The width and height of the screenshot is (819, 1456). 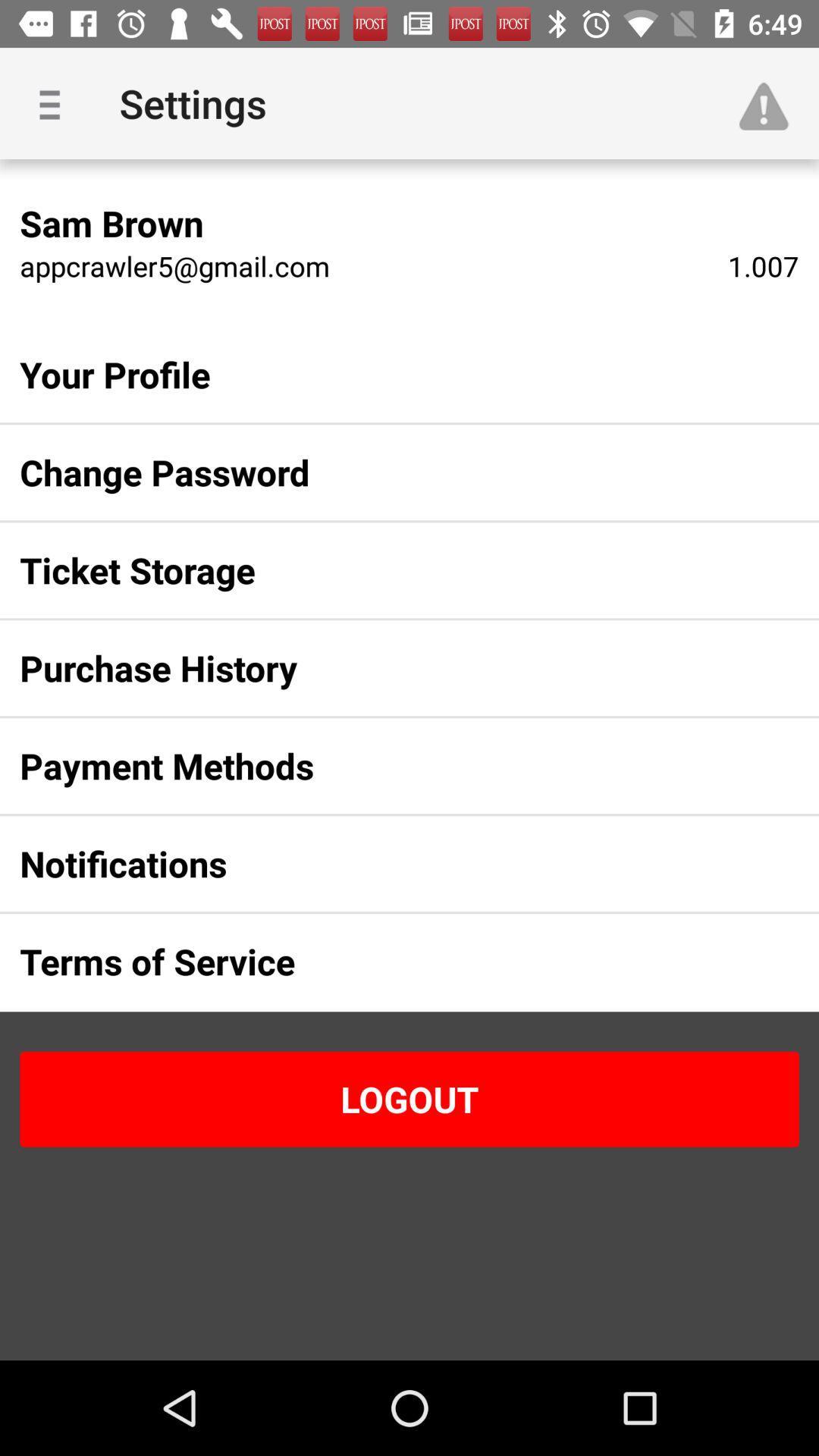 I want to click on item to the left of settings item, so click(x=55, y=102).